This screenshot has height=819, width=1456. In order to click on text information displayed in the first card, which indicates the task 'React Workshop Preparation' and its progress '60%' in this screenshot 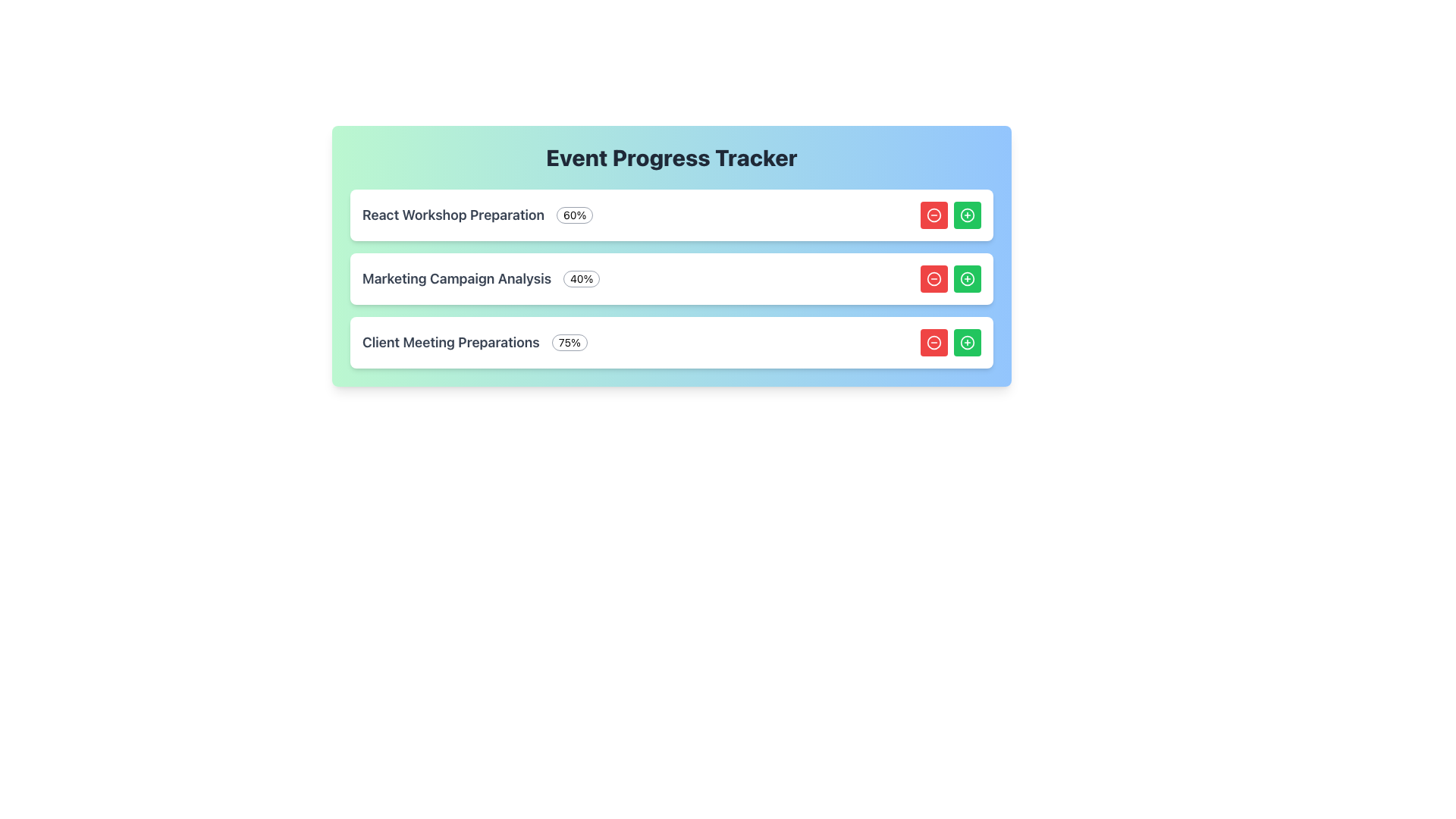, I will do `click(477, 215)`.